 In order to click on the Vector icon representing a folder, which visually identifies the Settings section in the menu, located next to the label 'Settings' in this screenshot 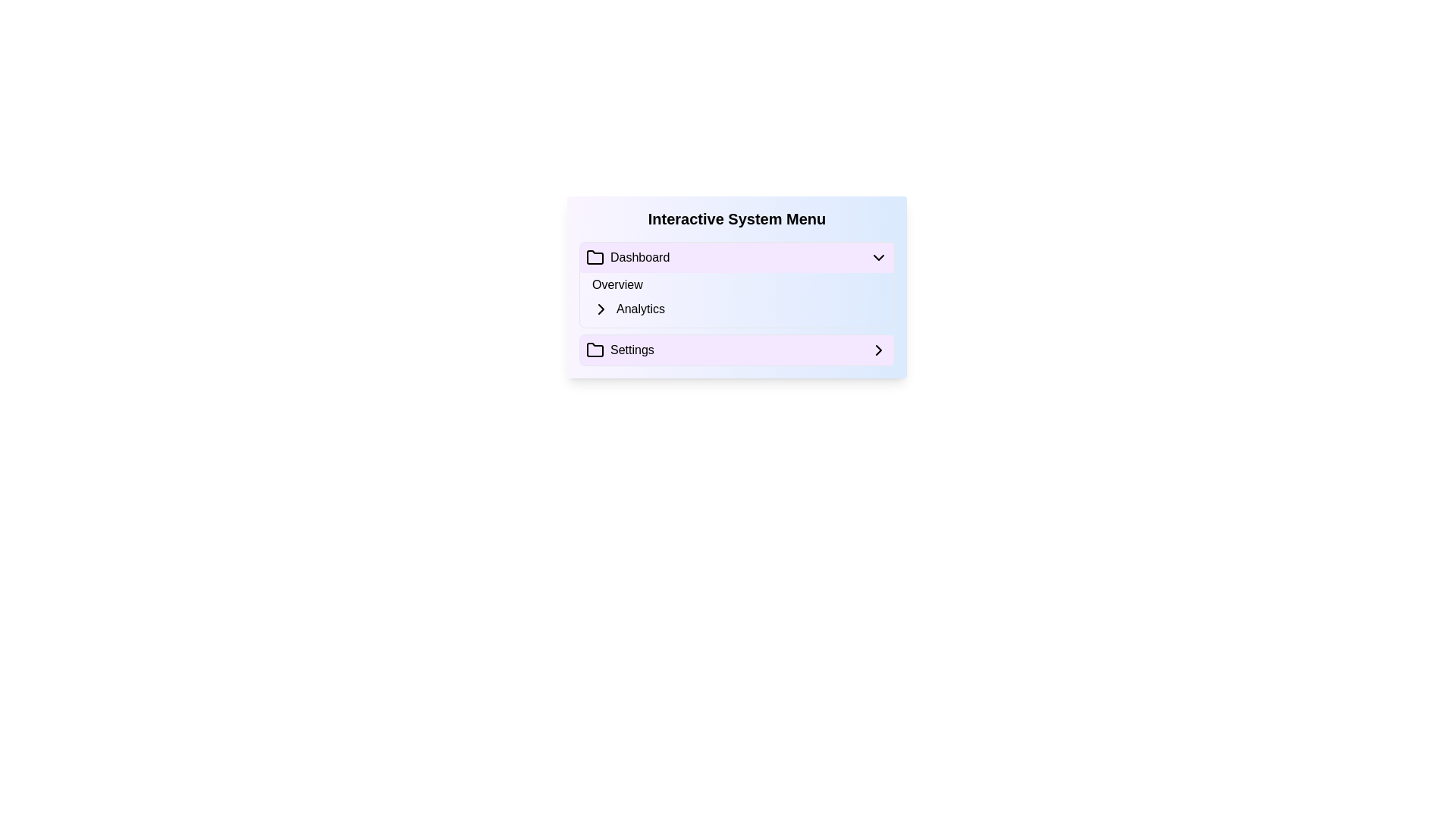, I will do `click(595, 350)`.